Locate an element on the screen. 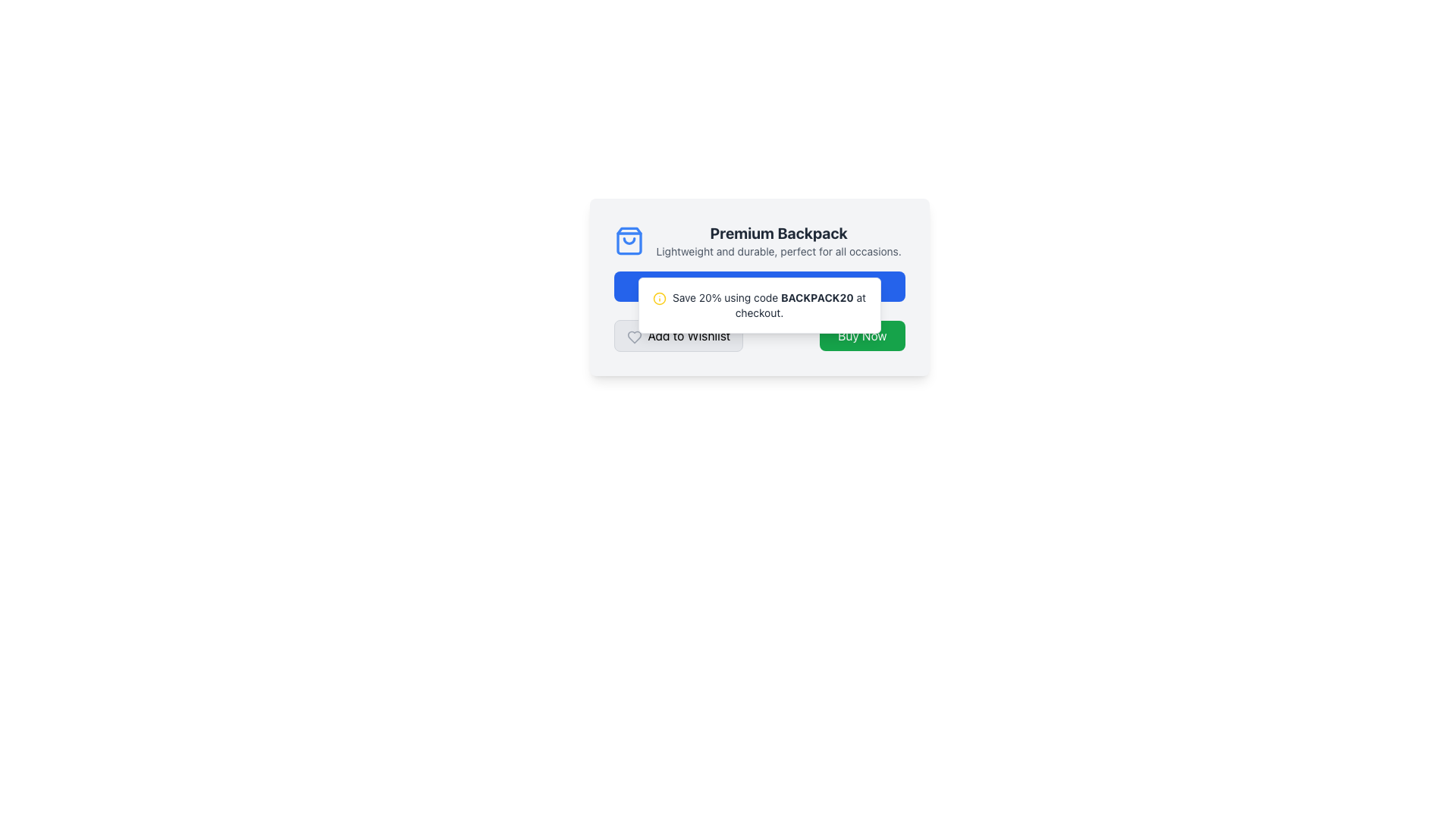 The image size is (1456, 819). the text element that provides the title 'Premium Backpack' and the description 'Lightweight and durable, perfect for all occasions.' is located at coordinates (779, 240).